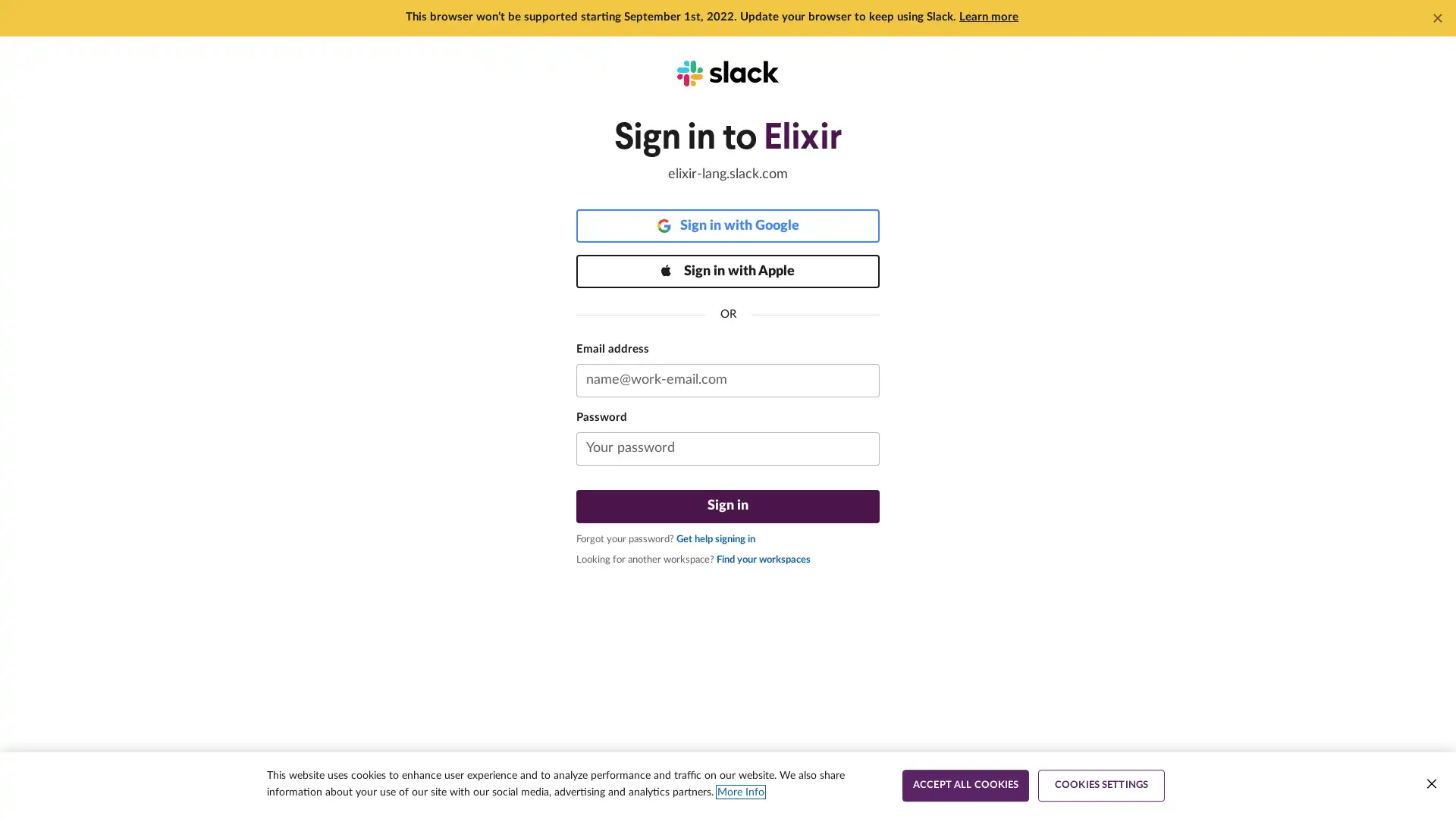 This screenshot has width=1456, height=819. I want to click on ACCEPT ALL COOKIES, so click(965, 785).